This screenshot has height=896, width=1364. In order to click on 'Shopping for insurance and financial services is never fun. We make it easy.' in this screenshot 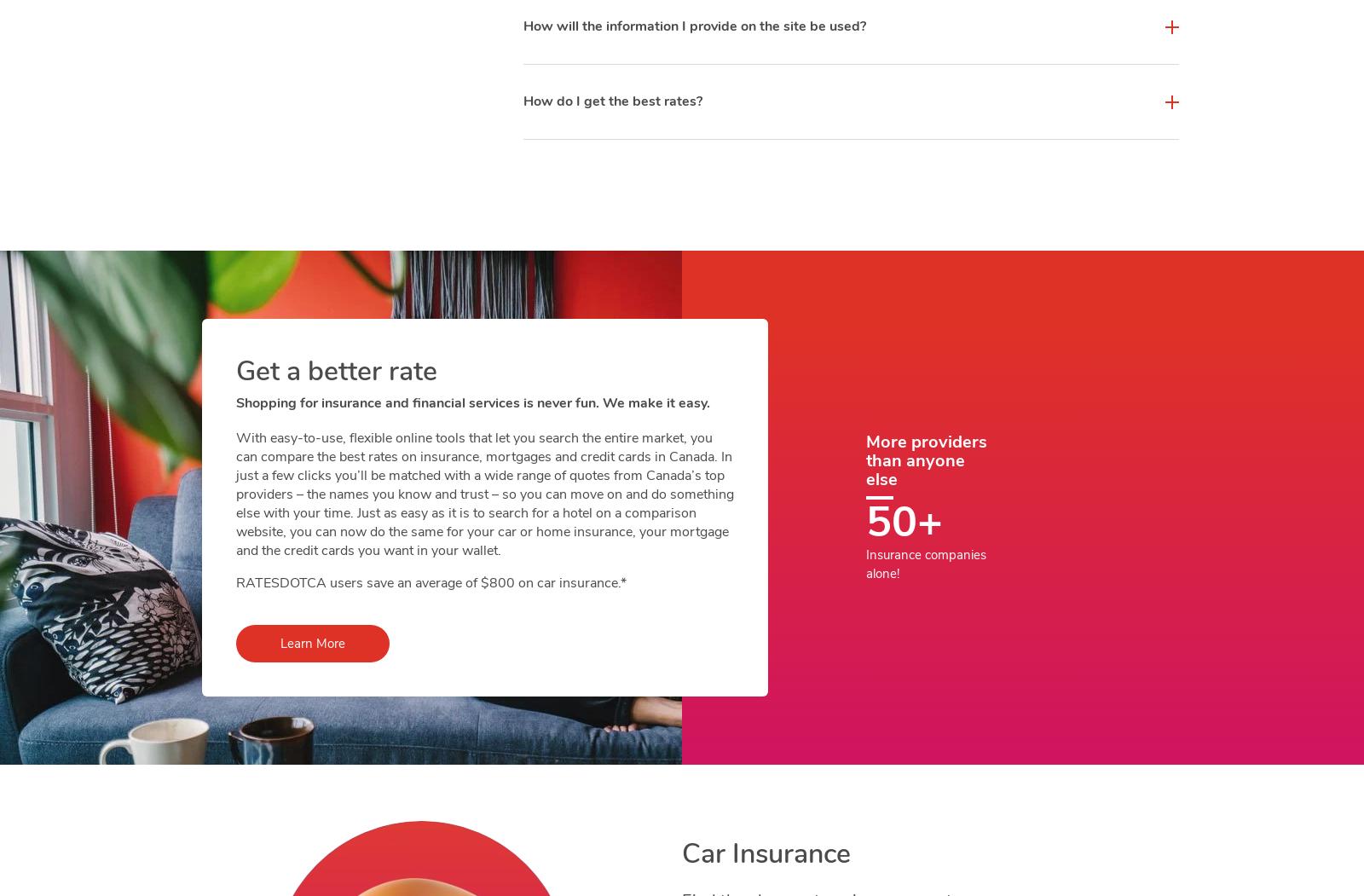, I will do `click(471, 402)`.